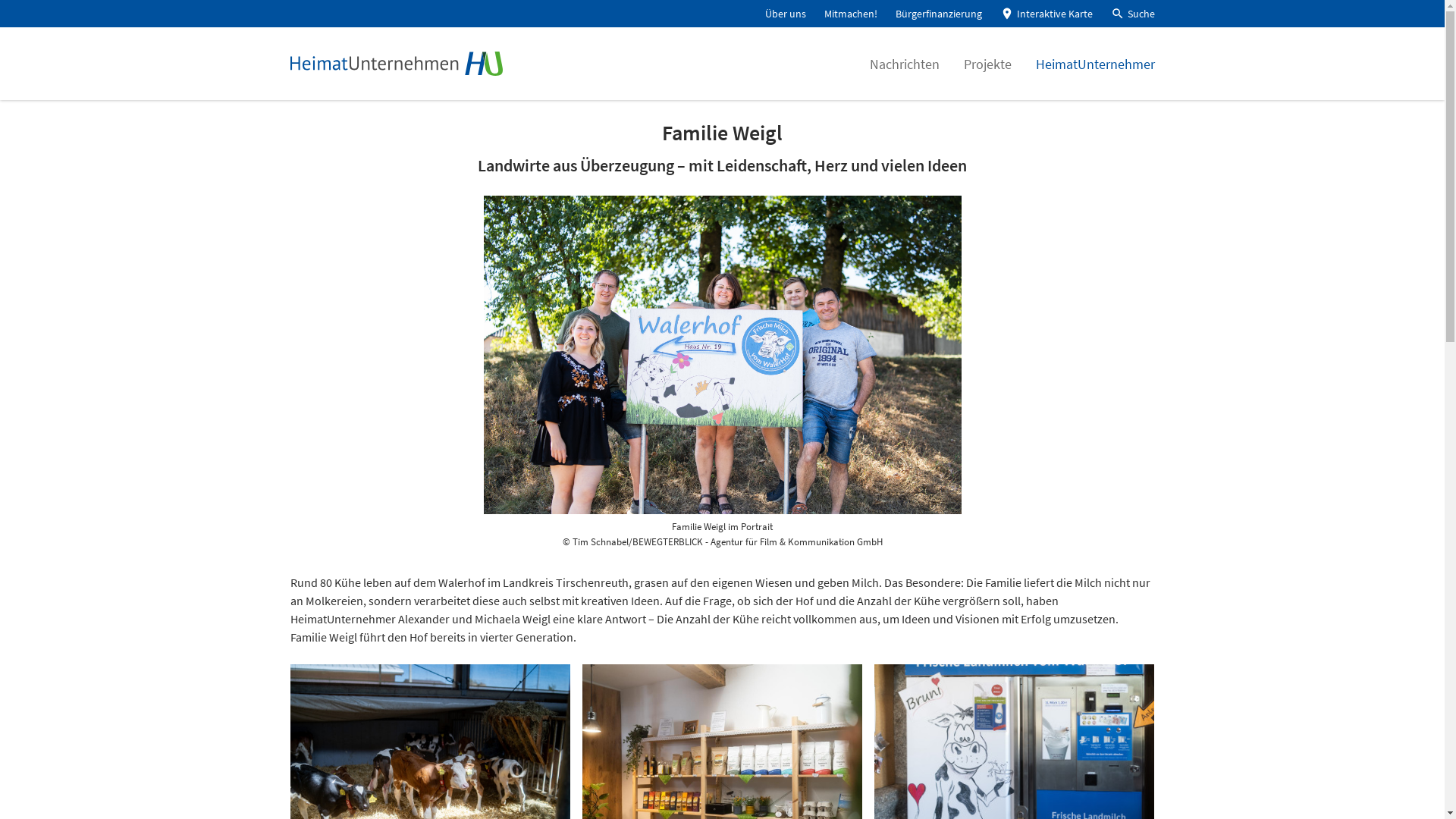  I want to click on 'Suche', so click(1131, 14).